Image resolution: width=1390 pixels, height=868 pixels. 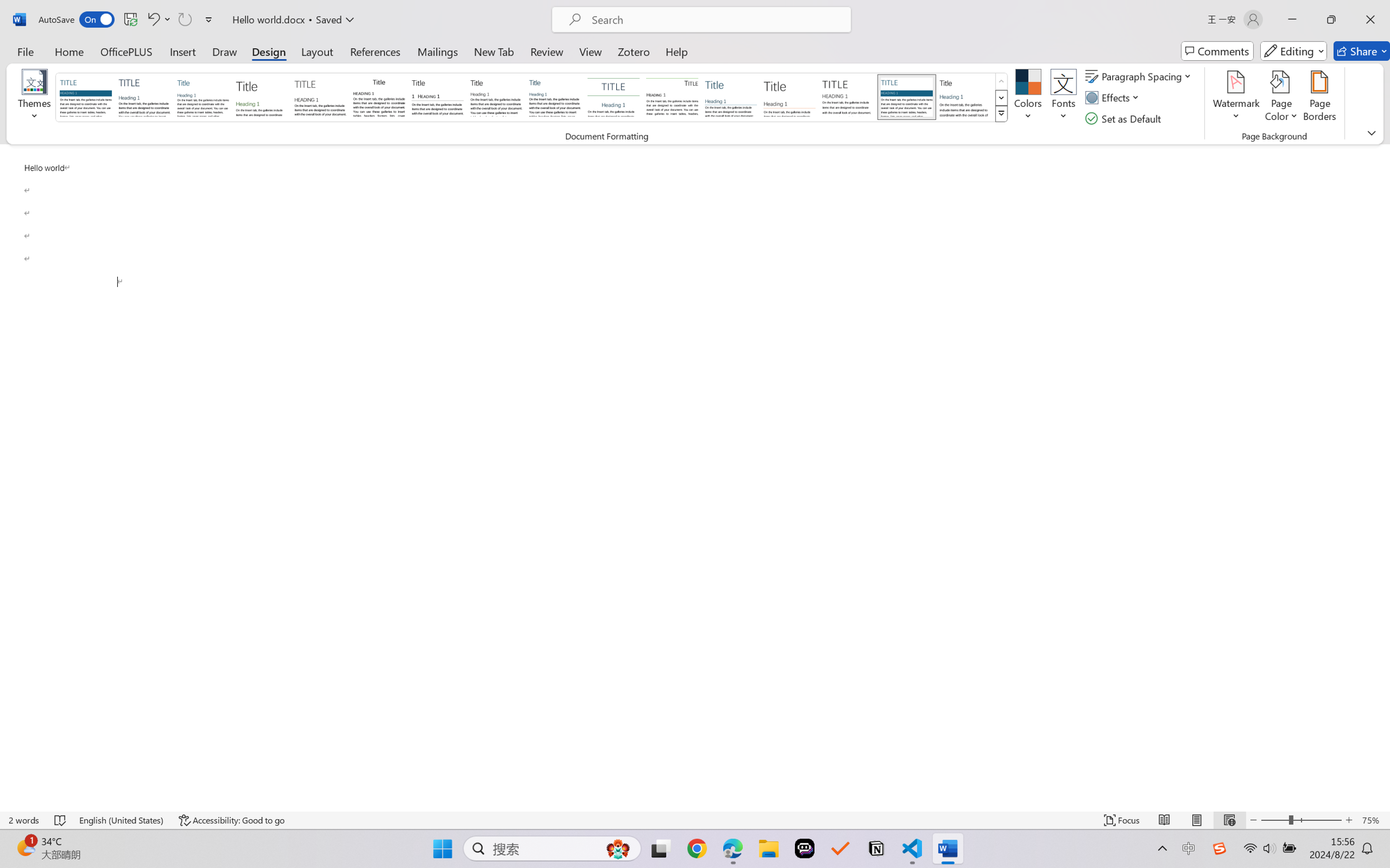 What do you see at coordinates (546, 51) in the screenshot?
I see `'Review'` at bounding box center [546, 51].